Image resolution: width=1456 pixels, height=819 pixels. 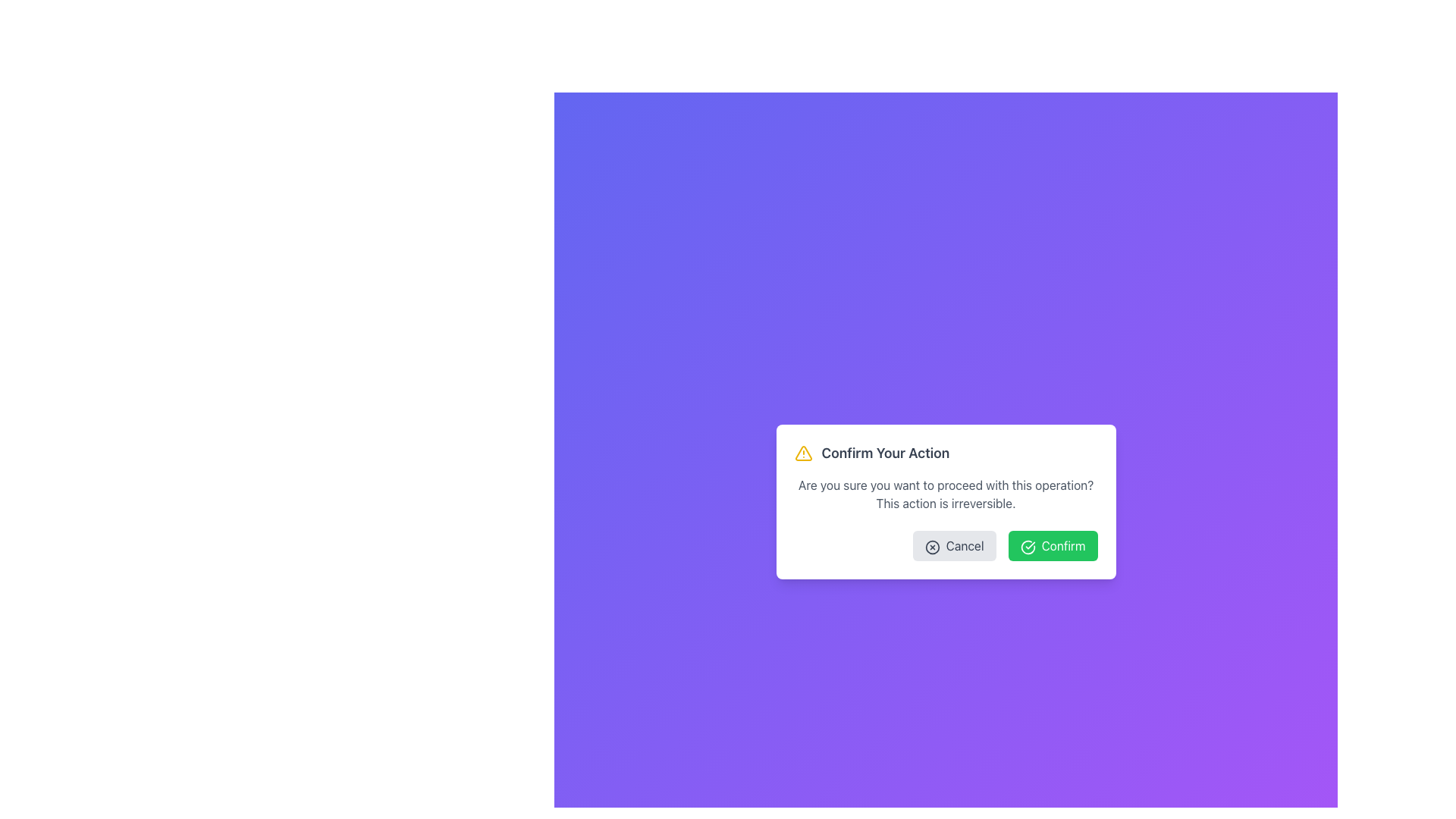 What do you see at coordinates (931, 547) in the screenshot?
I see `the circular icon with a light outline and a cross (X) inside, which is located inside the 'Cancel' button, aligned to its left side` at bounding box center [931, 547].